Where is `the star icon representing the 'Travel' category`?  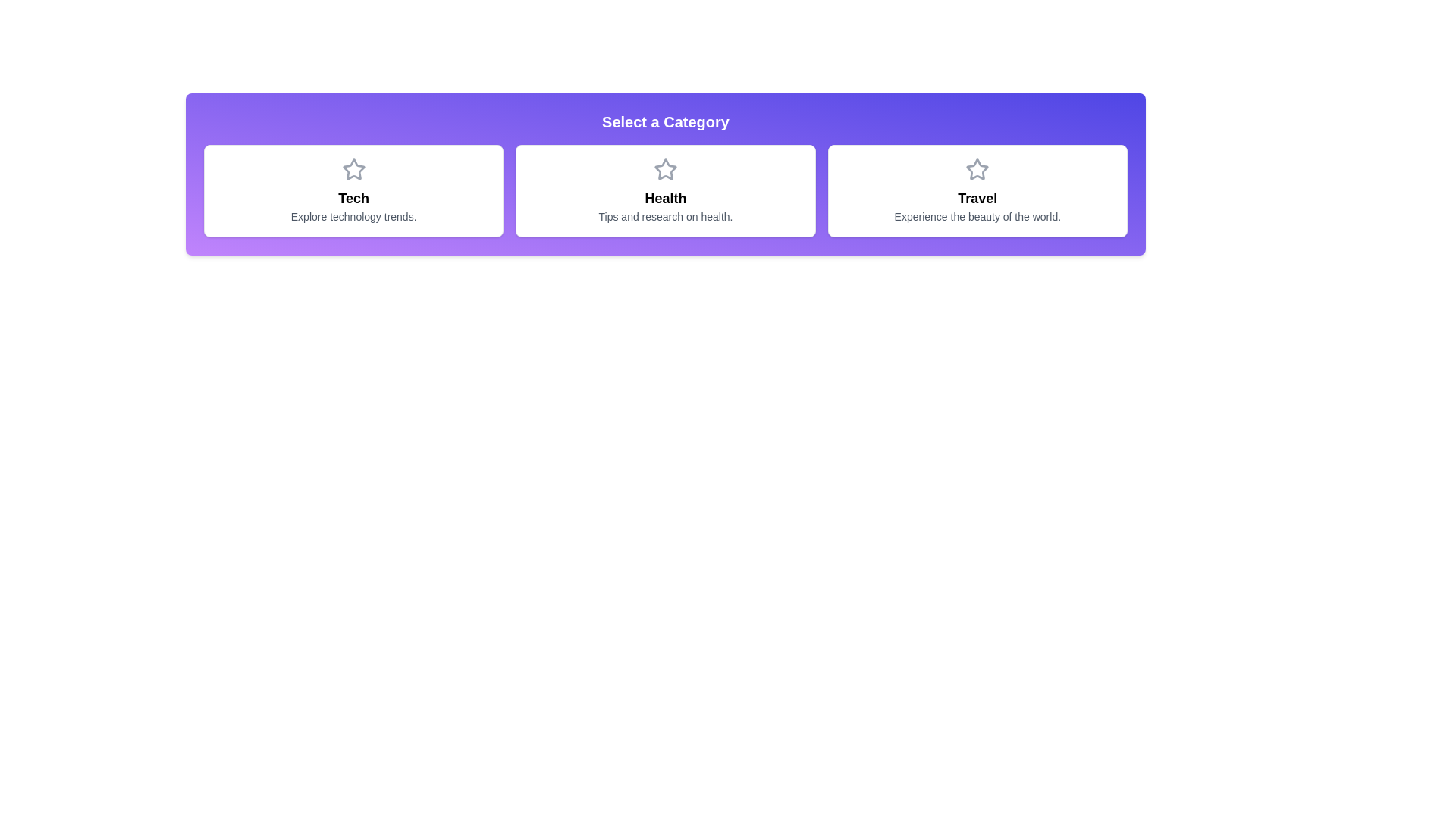 the star icon representing the 'Travel' category is located at coordinates (977, 169).